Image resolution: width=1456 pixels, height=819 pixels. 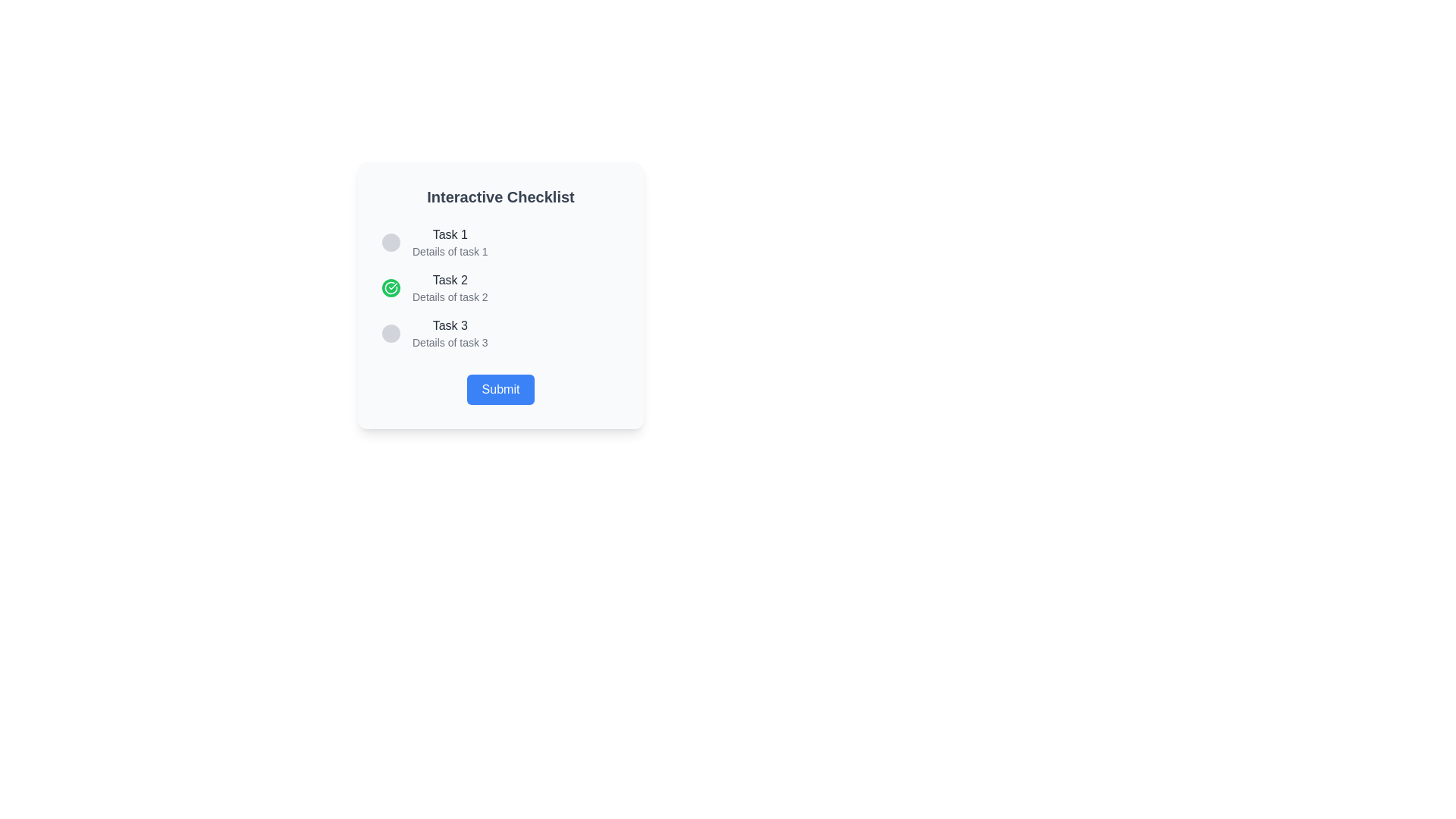 What do you see at coordinates (391, 332) in the screenshot?
I see `the circular light gray button located to the left of 'Task 3Details of task 3'` at bounding box center [391, 332].